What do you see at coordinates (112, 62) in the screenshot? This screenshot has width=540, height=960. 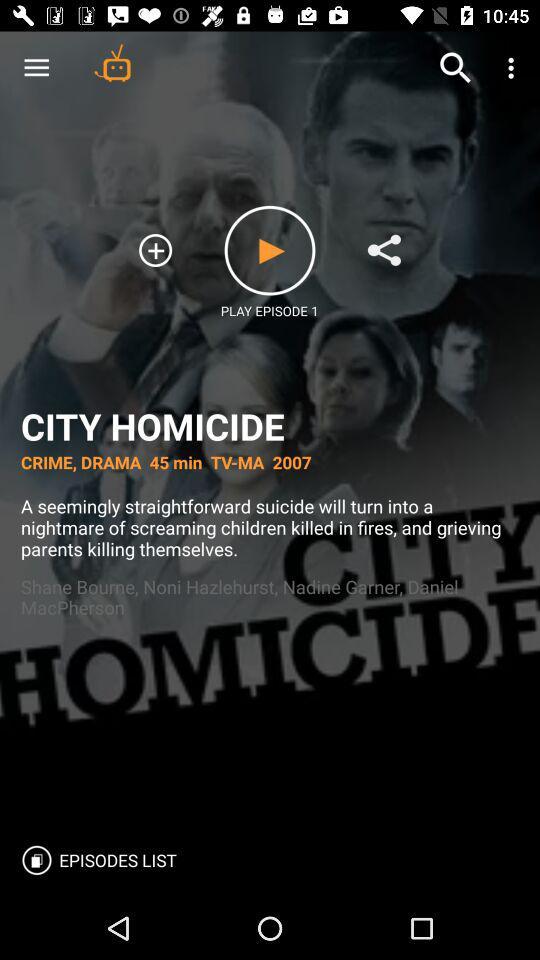 I see `live or tv view` at bounding box center [112, 62].